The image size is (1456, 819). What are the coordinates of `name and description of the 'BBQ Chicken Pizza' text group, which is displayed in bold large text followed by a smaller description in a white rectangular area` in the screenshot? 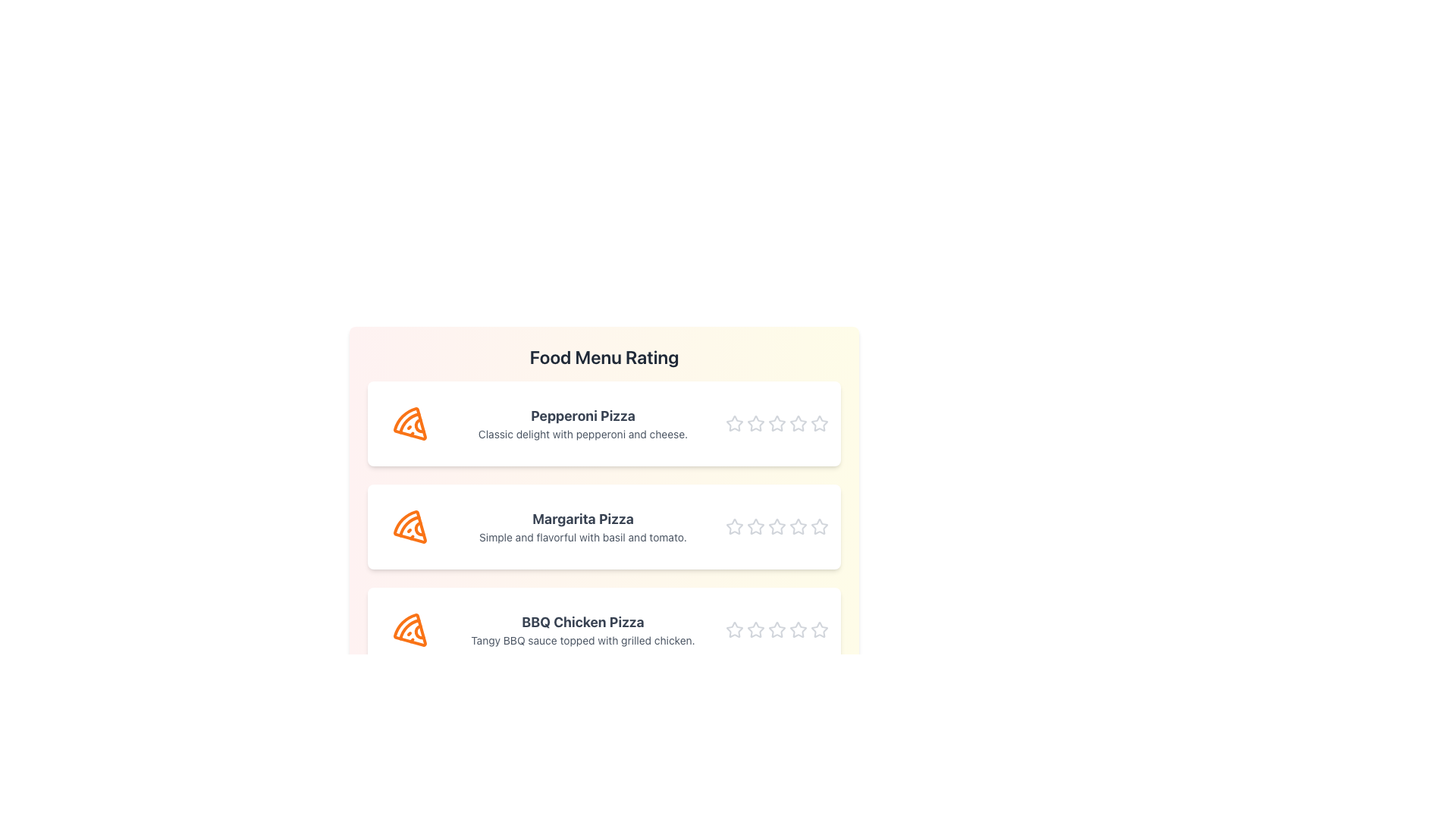 It's located at (582, 629).